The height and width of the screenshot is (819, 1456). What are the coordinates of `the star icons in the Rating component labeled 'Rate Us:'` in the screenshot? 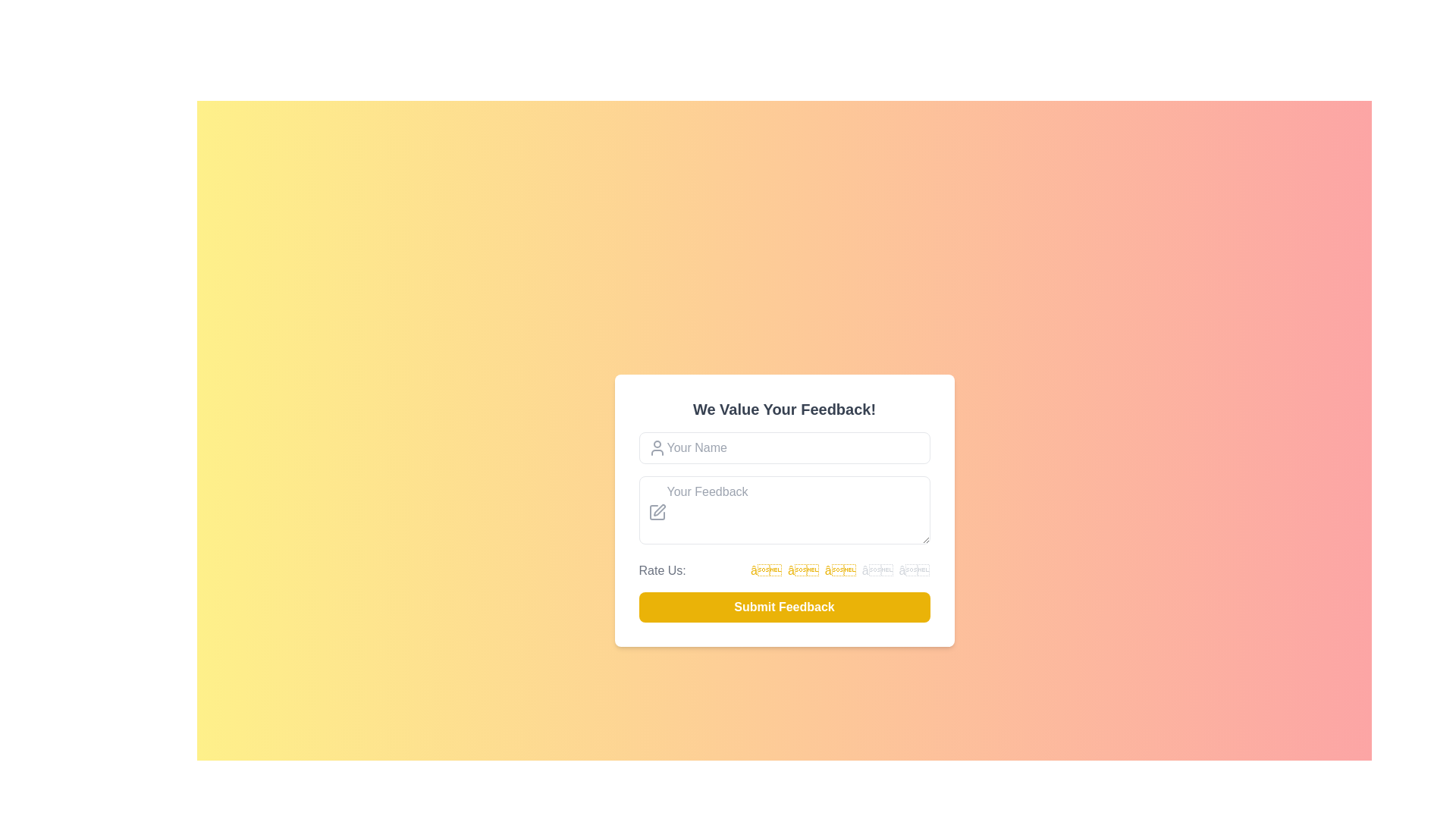 It's located at (784, 570).